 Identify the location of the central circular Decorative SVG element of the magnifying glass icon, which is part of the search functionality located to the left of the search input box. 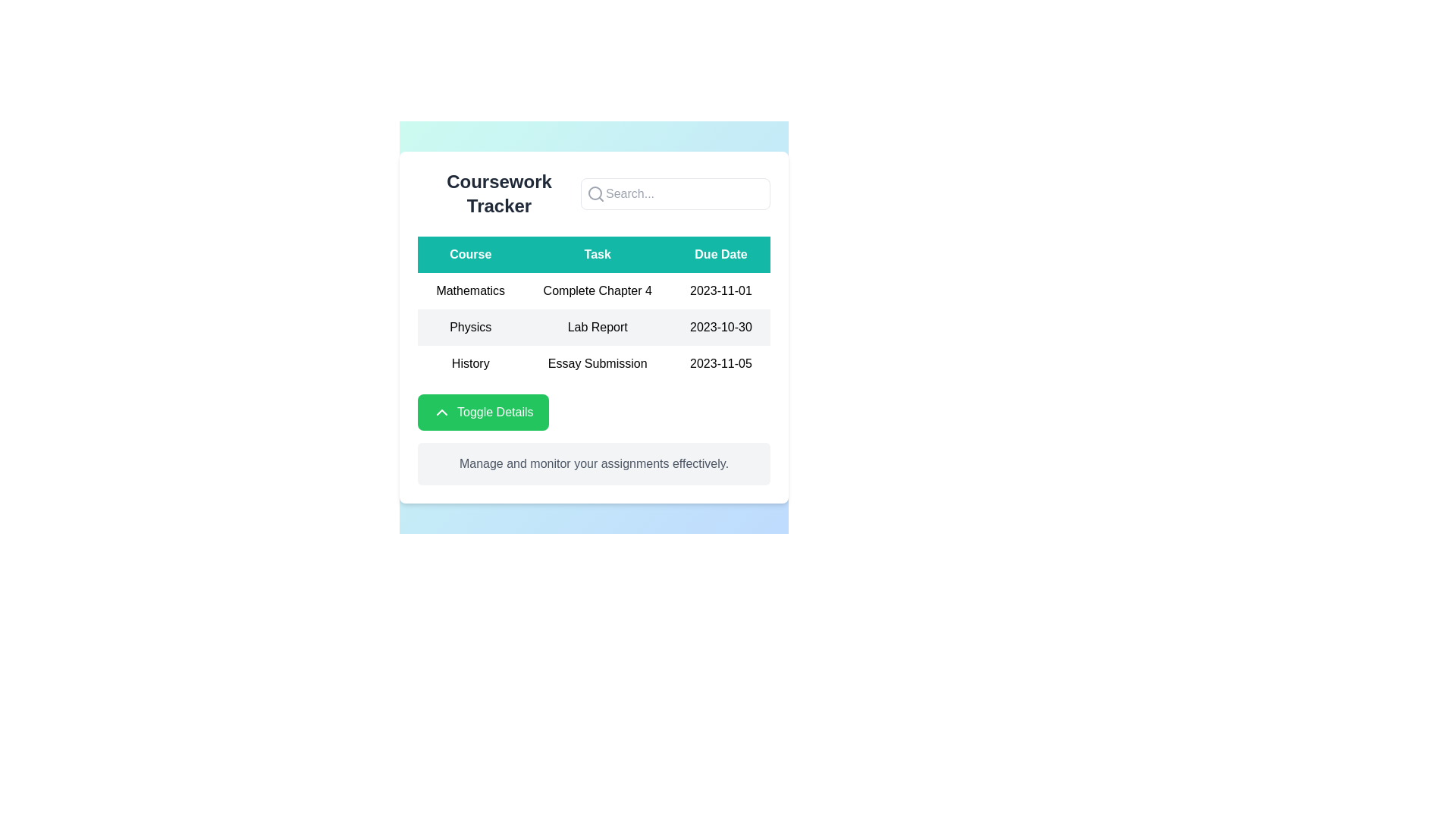
(595, 192).